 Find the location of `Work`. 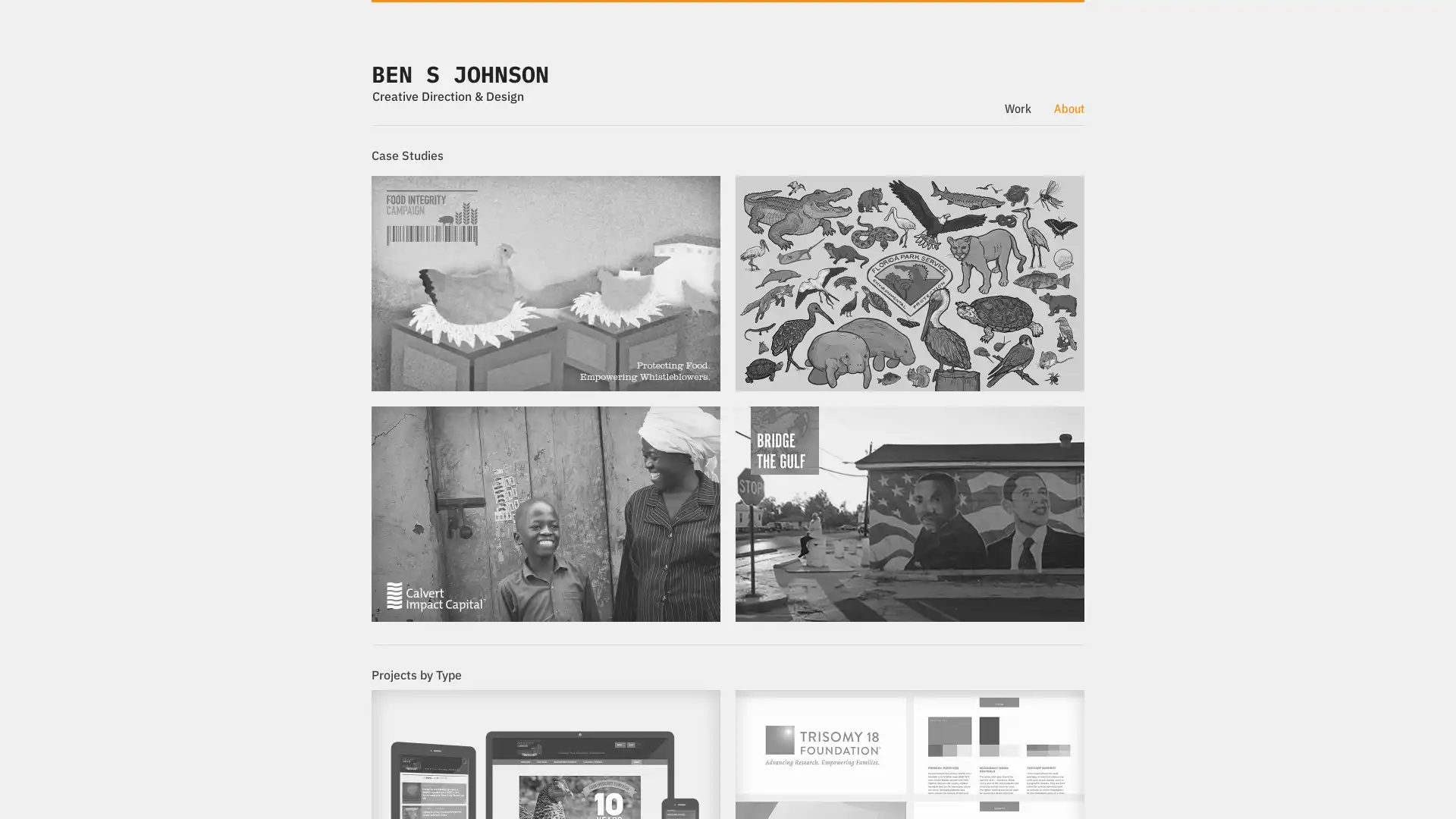

Work is located at coordinates (1018, 107).